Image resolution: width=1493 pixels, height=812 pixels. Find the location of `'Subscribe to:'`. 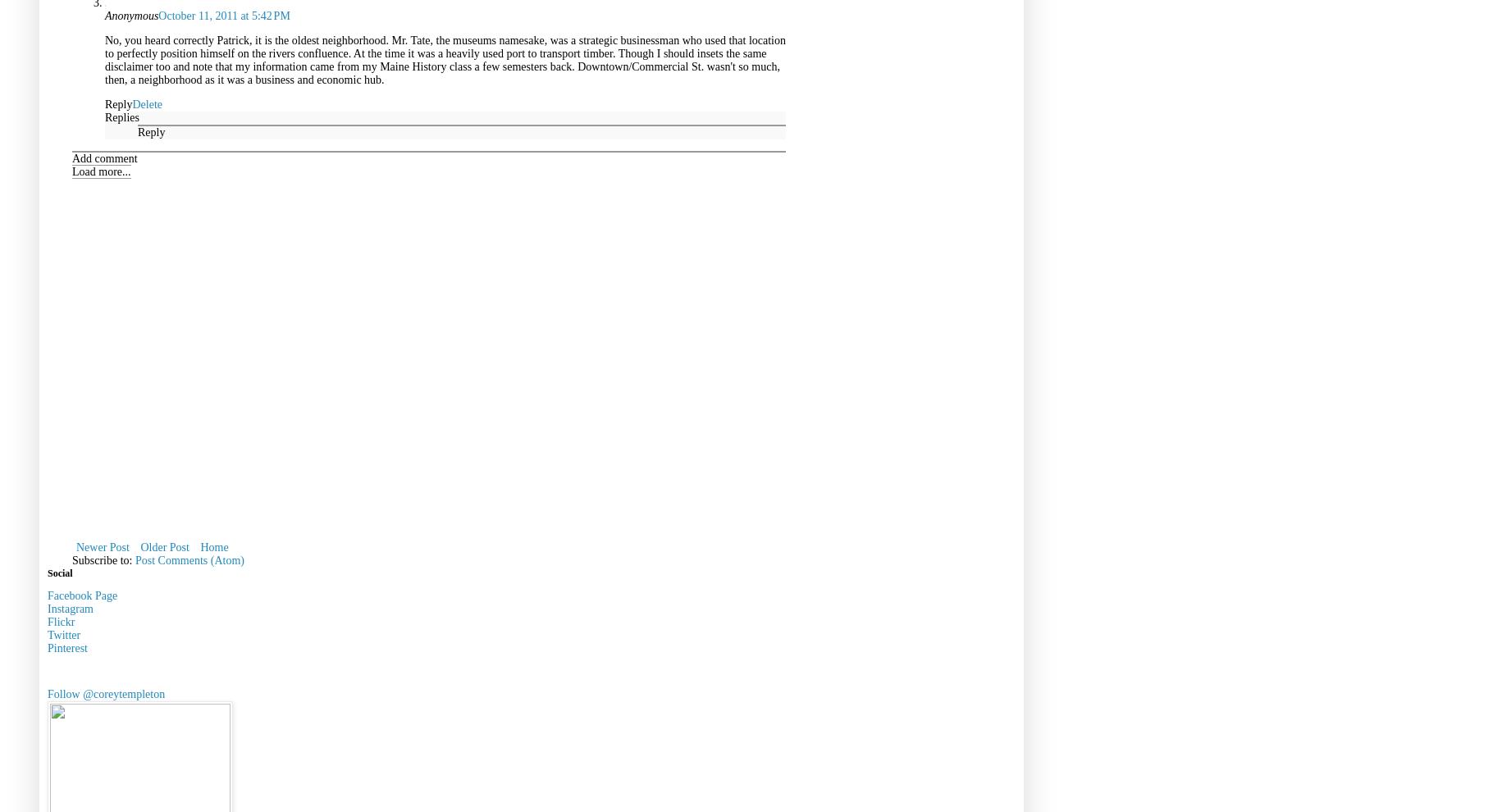

'Subscribe to:' is located at coordinates (103, 559).